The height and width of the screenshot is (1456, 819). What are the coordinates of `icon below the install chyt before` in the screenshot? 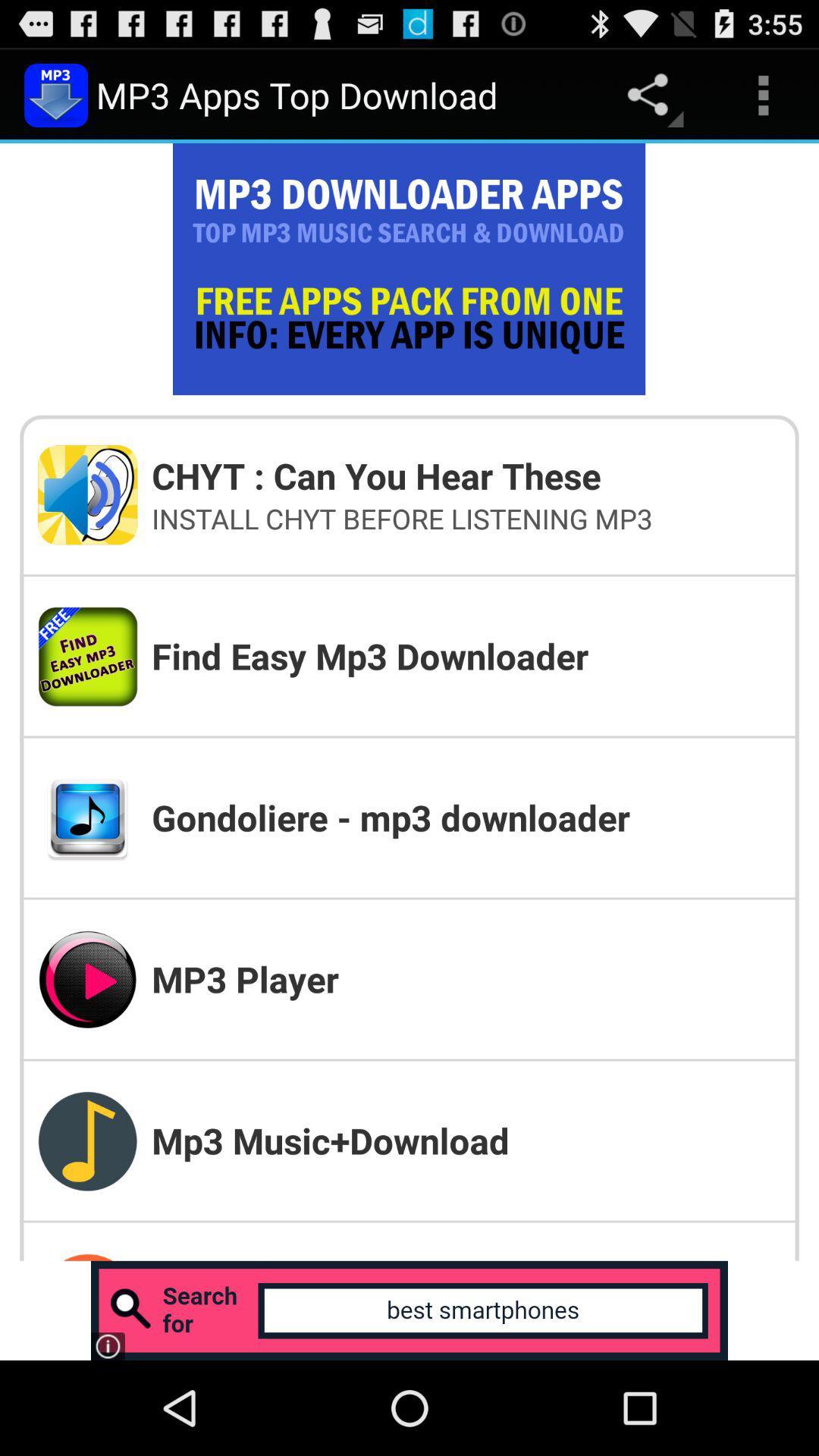 It's located at (465, 656).